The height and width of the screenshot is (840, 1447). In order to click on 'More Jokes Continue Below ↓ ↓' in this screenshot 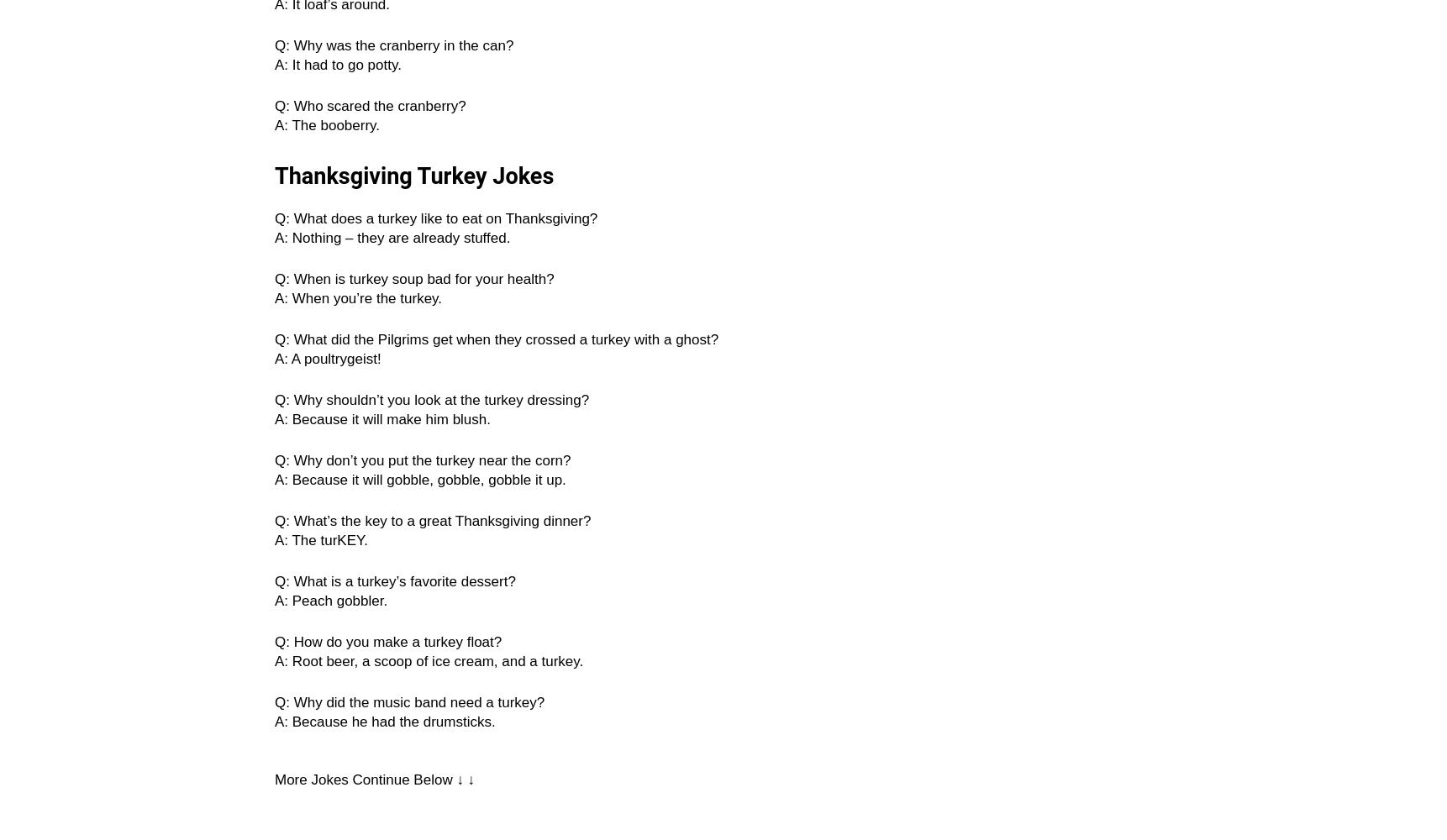, I will do `click(373, 780)`.